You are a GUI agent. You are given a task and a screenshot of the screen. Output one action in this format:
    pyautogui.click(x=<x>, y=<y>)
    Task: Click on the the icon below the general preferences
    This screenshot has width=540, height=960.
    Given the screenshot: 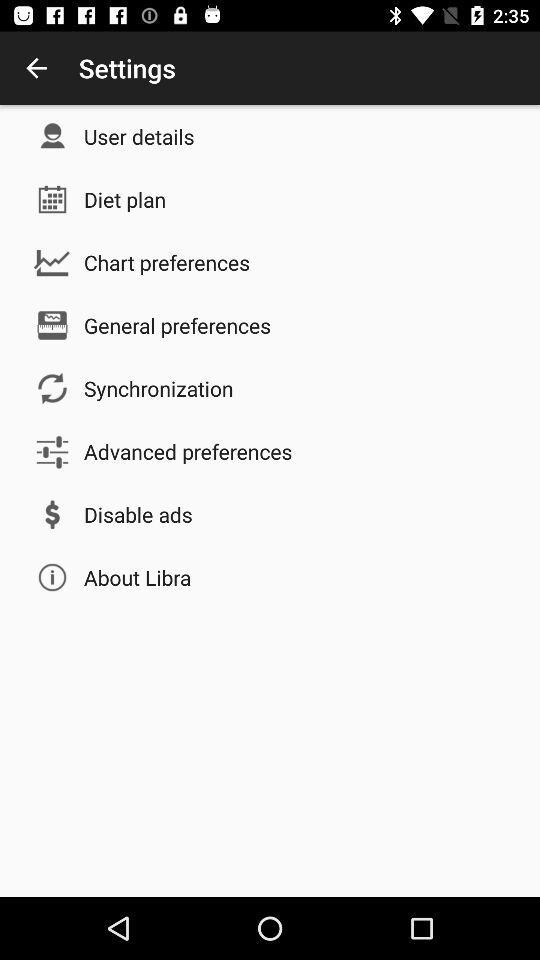 What is the action you would take?
    pyautogui.click(x=157, y=387)
    